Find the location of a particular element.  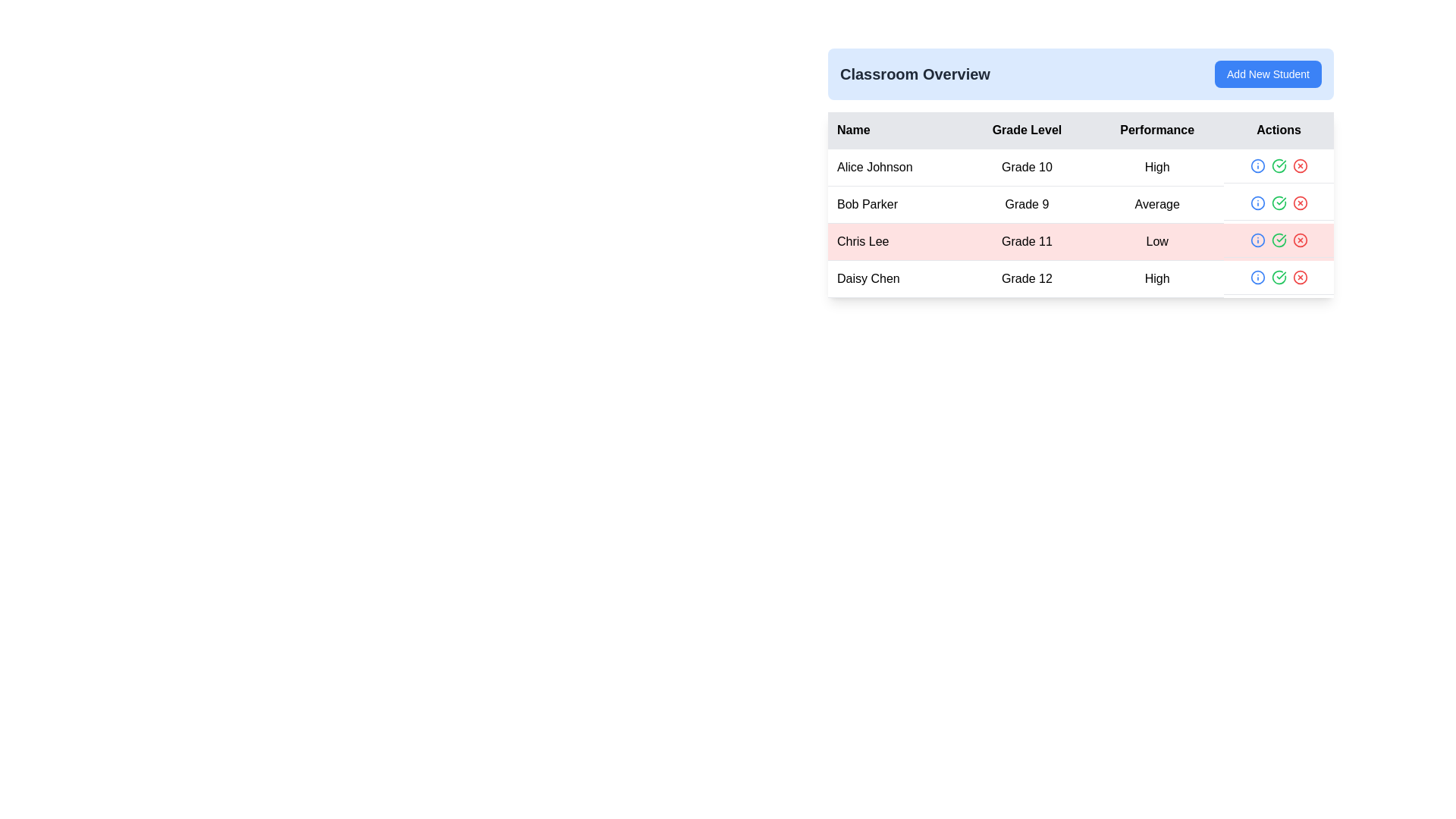

the Text element displaying 'Grade 10' for the student 'Alice Johnson' in the second column of the table is located at coordinates (1027, 167).